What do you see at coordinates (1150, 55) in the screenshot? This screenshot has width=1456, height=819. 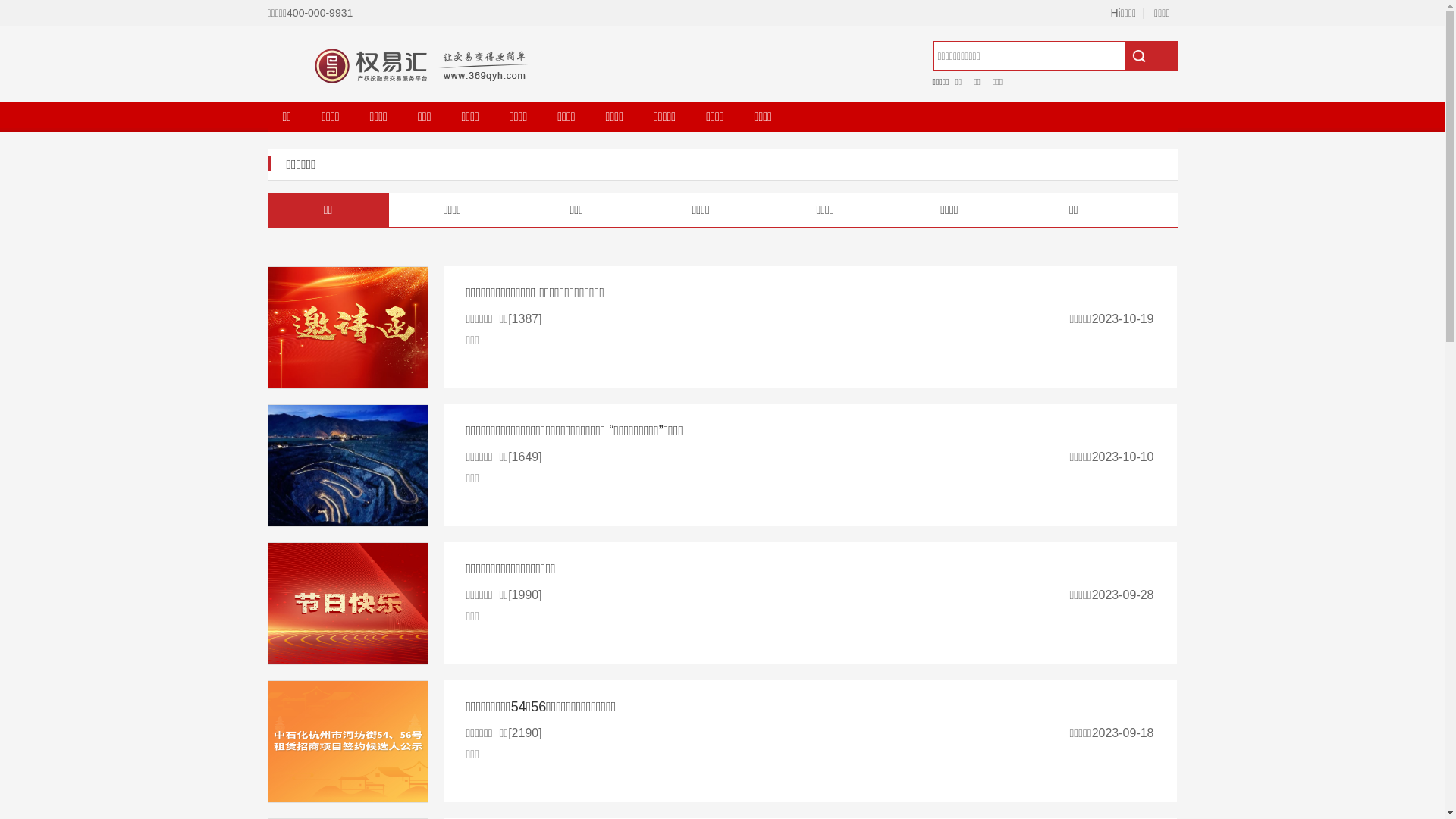 I see `' '` at bounding box center [1150, 55].